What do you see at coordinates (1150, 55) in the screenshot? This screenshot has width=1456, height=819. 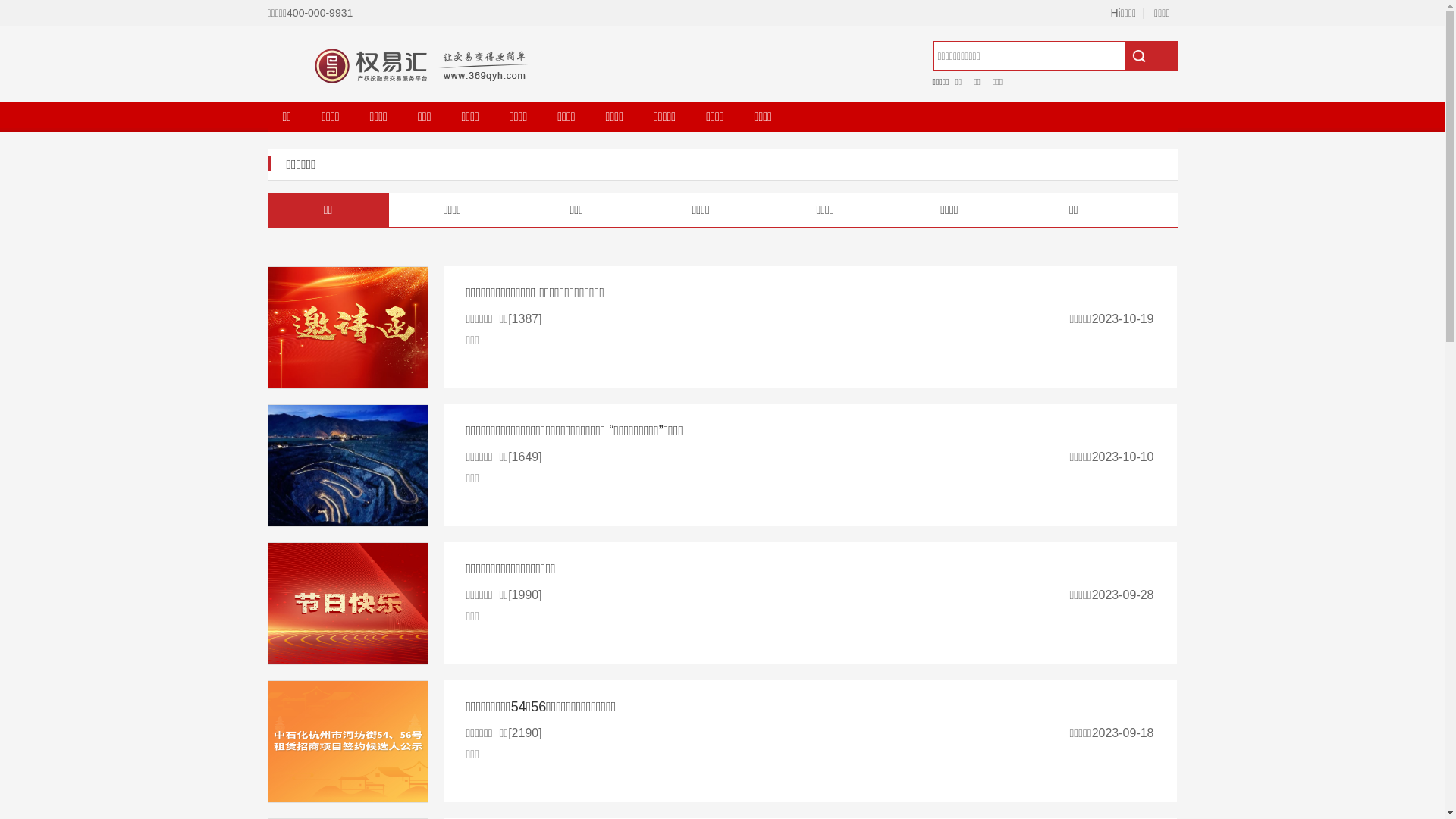 I see `' '` at bounding box center [1150, 55].